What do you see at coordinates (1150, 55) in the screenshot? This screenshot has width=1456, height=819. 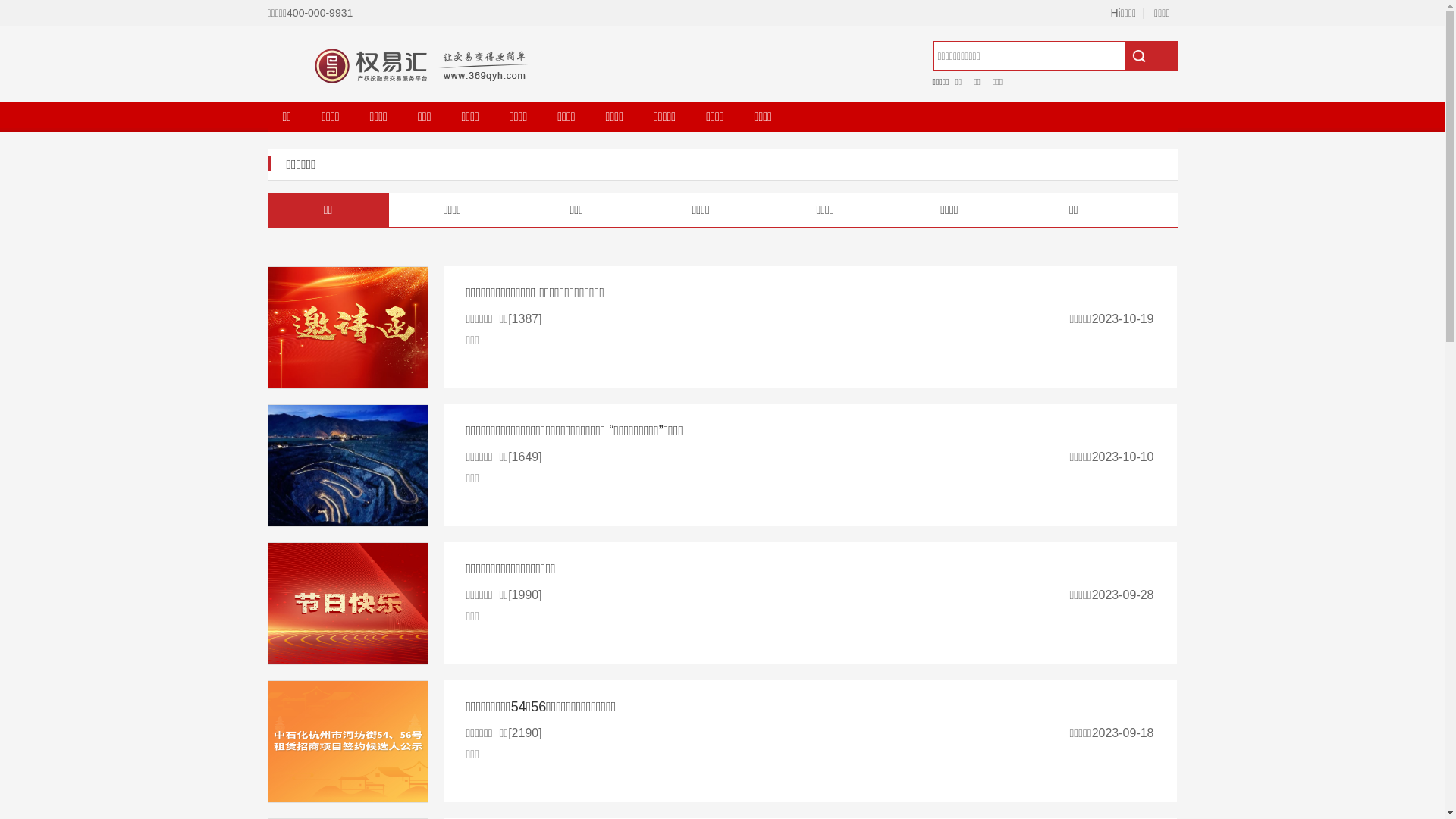 I see `' '` at bounding box center [1150, 55].